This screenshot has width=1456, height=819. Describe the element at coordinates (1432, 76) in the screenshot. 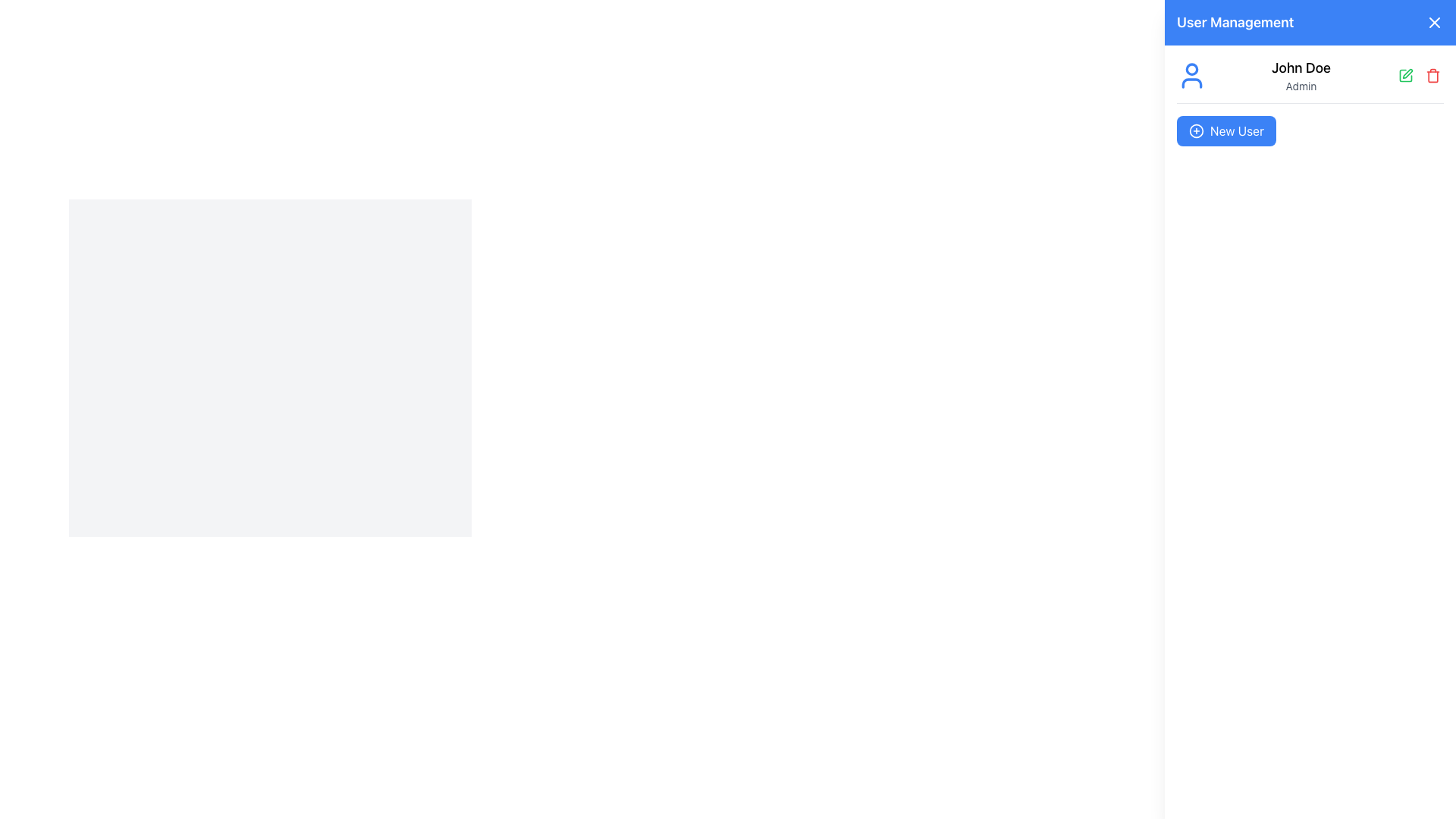

I see `the delete button located at the top-right corner of the user details panel, which is the second icon in a row of two icons, to observe the background change` at that location.